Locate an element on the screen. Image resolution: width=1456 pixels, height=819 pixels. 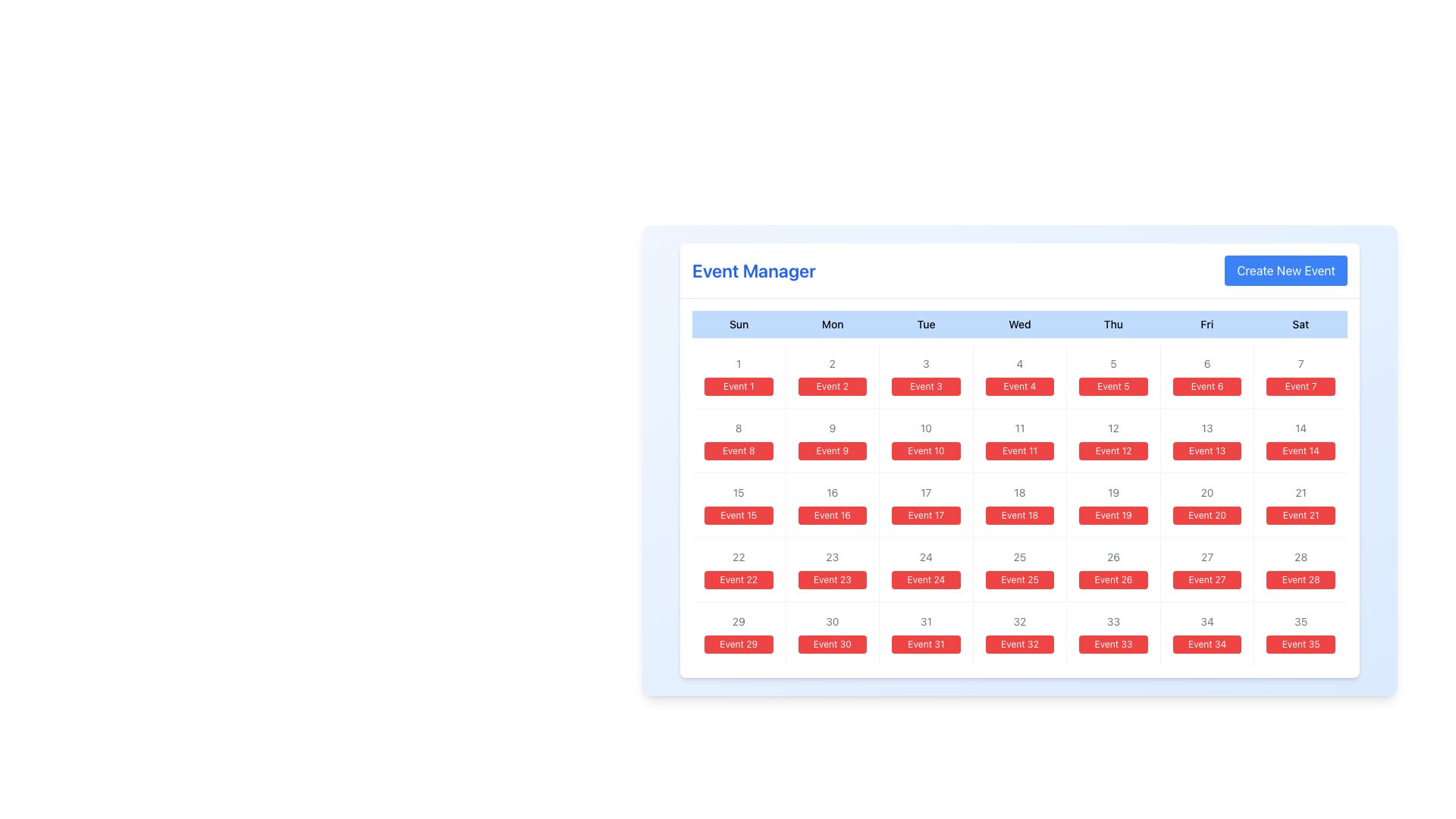
the Calendar Date Item located in the third column and second row of the grid, between 'Event 8' and 'Event 10' is located at coordinates (831, 441).